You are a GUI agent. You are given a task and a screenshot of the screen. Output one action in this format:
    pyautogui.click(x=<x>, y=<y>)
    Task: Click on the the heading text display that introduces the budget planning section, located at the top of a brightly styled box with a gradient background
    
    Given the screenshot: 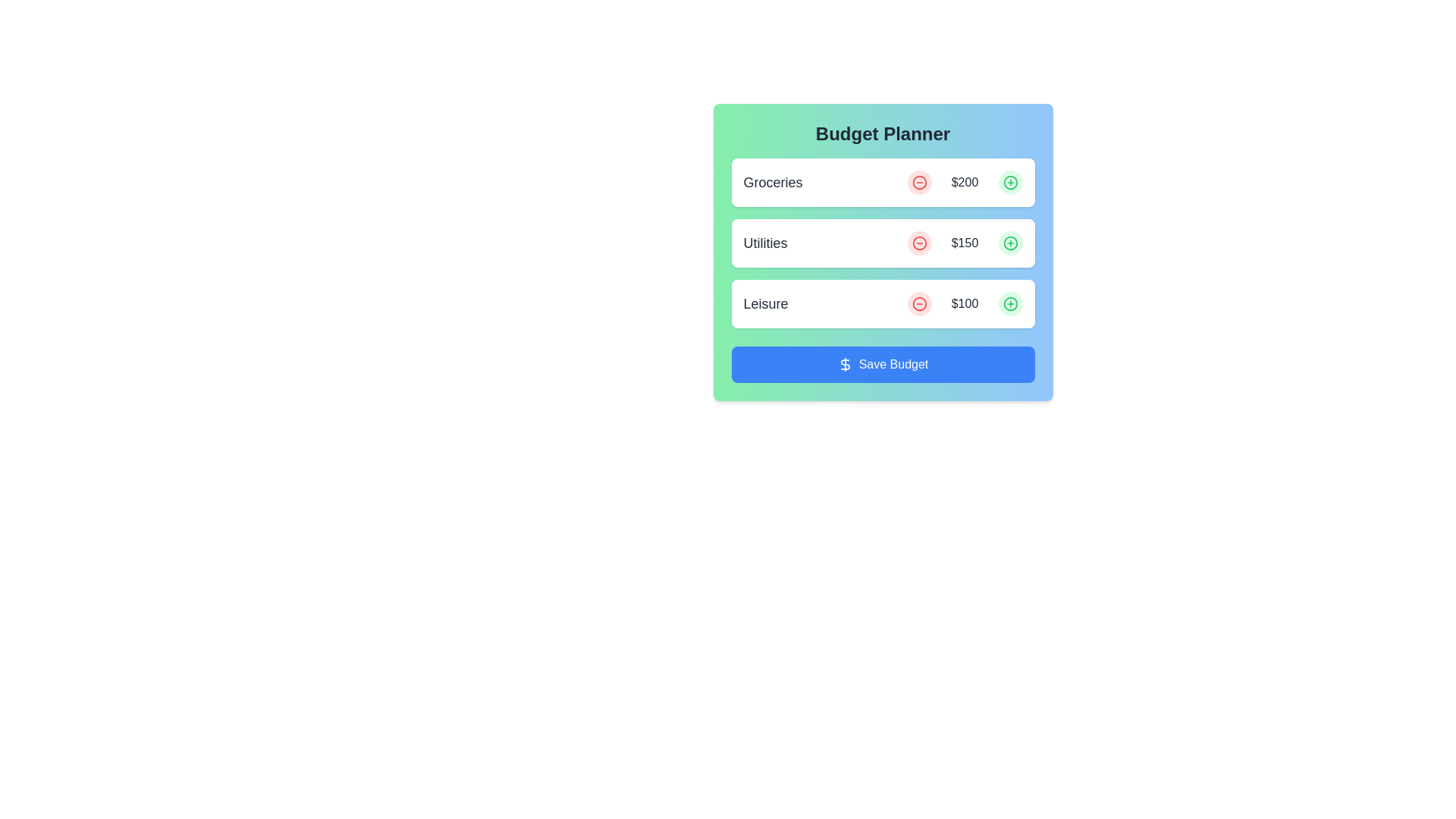 What is the action you would take?
    pyautogui.click(x=883, y=133)
    